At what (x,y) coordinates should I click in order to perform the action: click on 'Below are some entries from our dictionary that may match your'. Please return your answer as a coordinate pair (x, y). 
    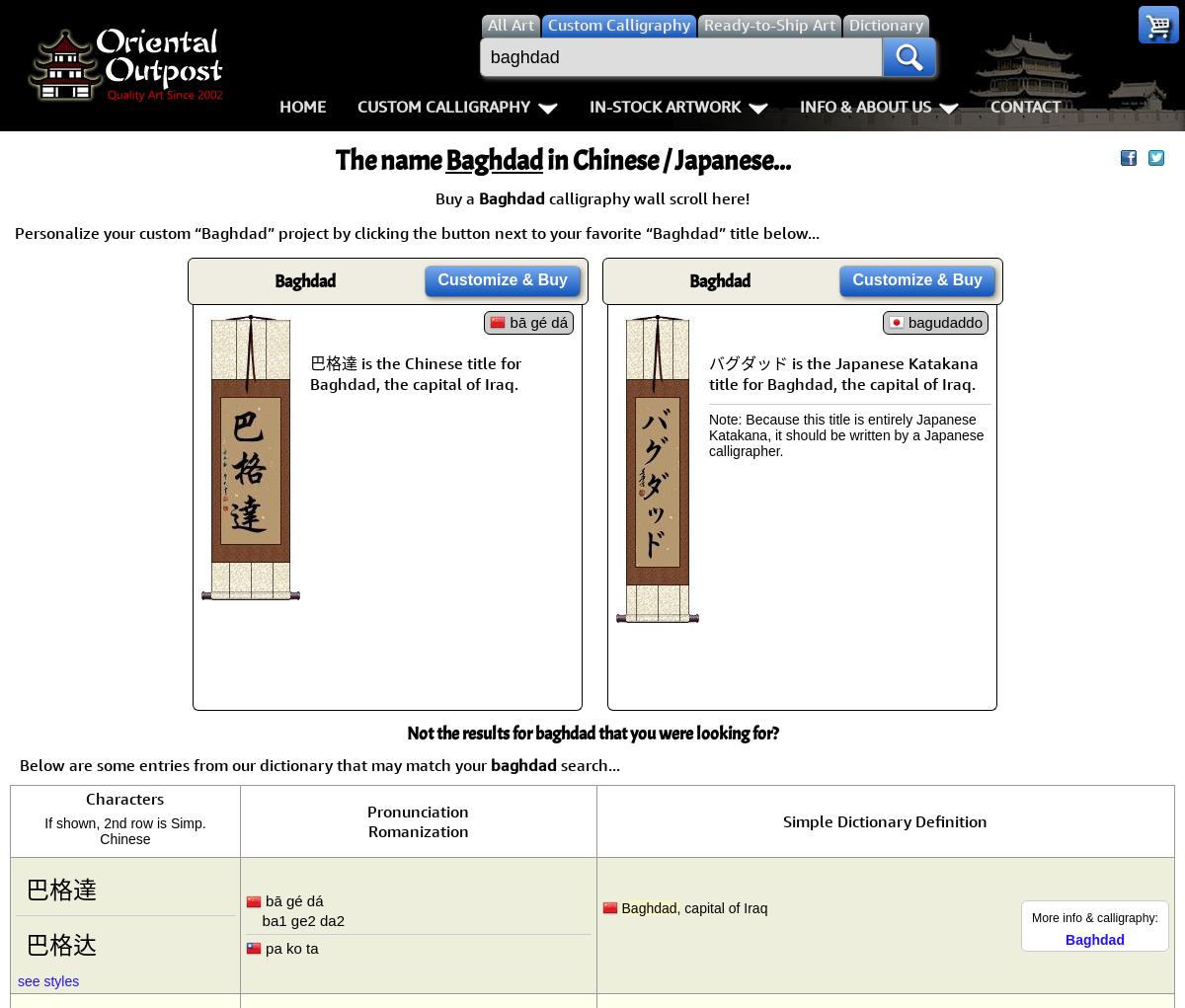
    Looking at the image, I should click on (254, 765).